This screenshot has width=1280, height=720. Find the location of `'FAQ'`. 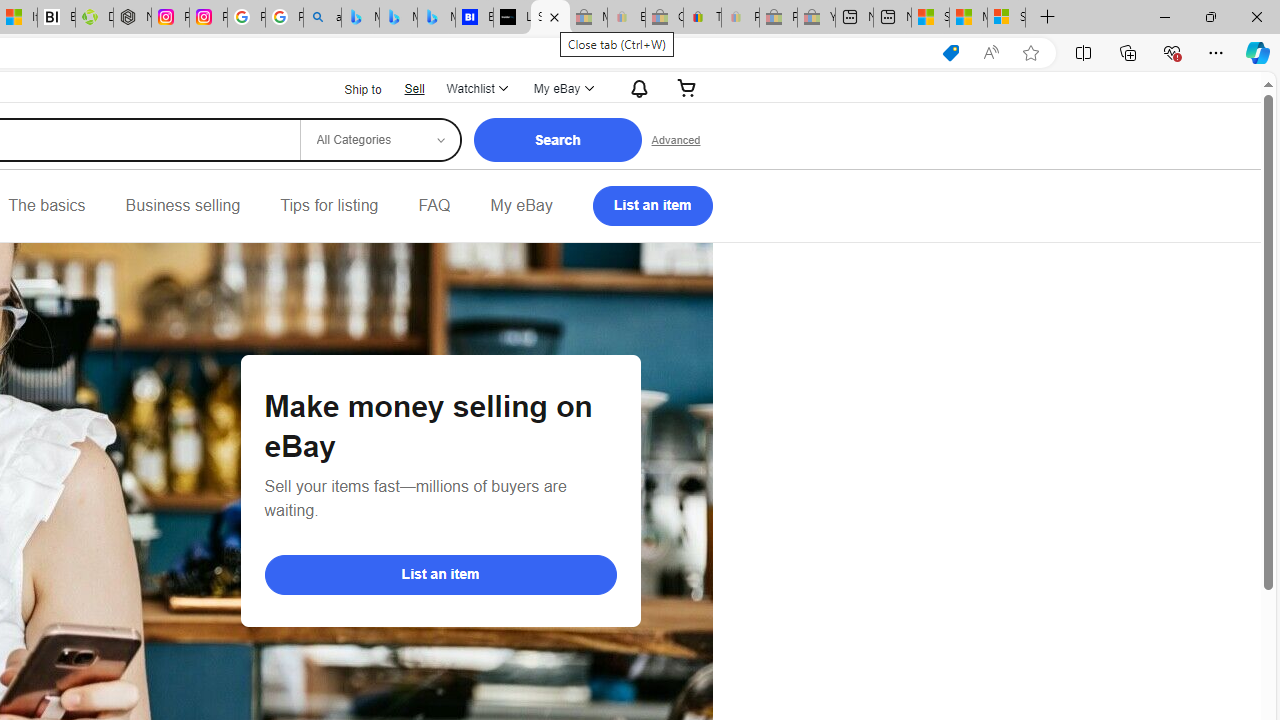

'FAQ' is located at coordinates (433, 205).